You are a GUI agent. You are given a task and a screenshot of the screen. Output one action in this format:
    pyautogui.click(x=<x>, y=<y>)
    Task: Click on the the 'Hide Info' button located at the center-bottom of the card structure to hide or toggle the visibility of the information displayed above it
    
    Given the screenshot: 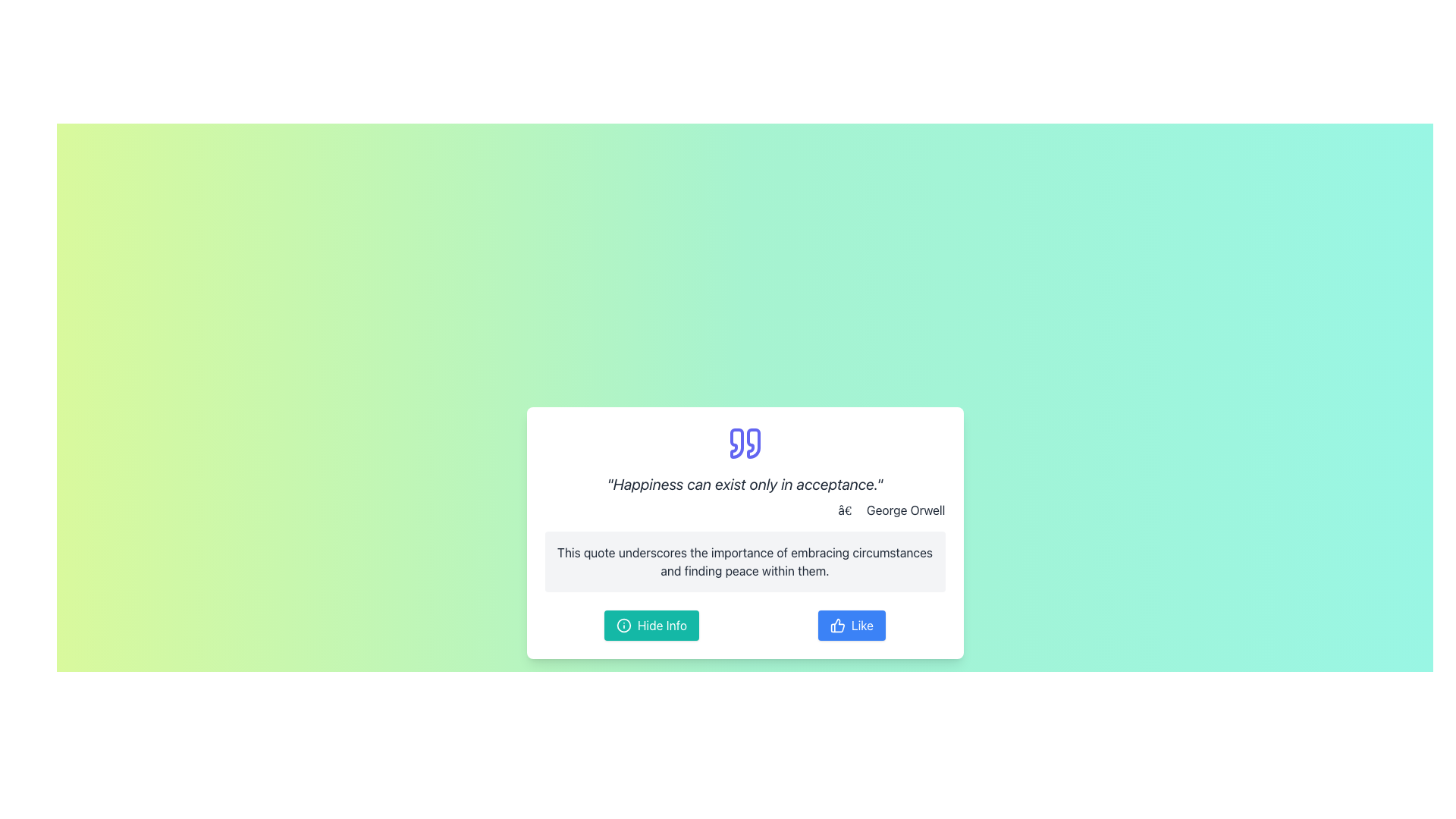 What is the action you would take?
    pyautogui.click(x=651, y=626)
    